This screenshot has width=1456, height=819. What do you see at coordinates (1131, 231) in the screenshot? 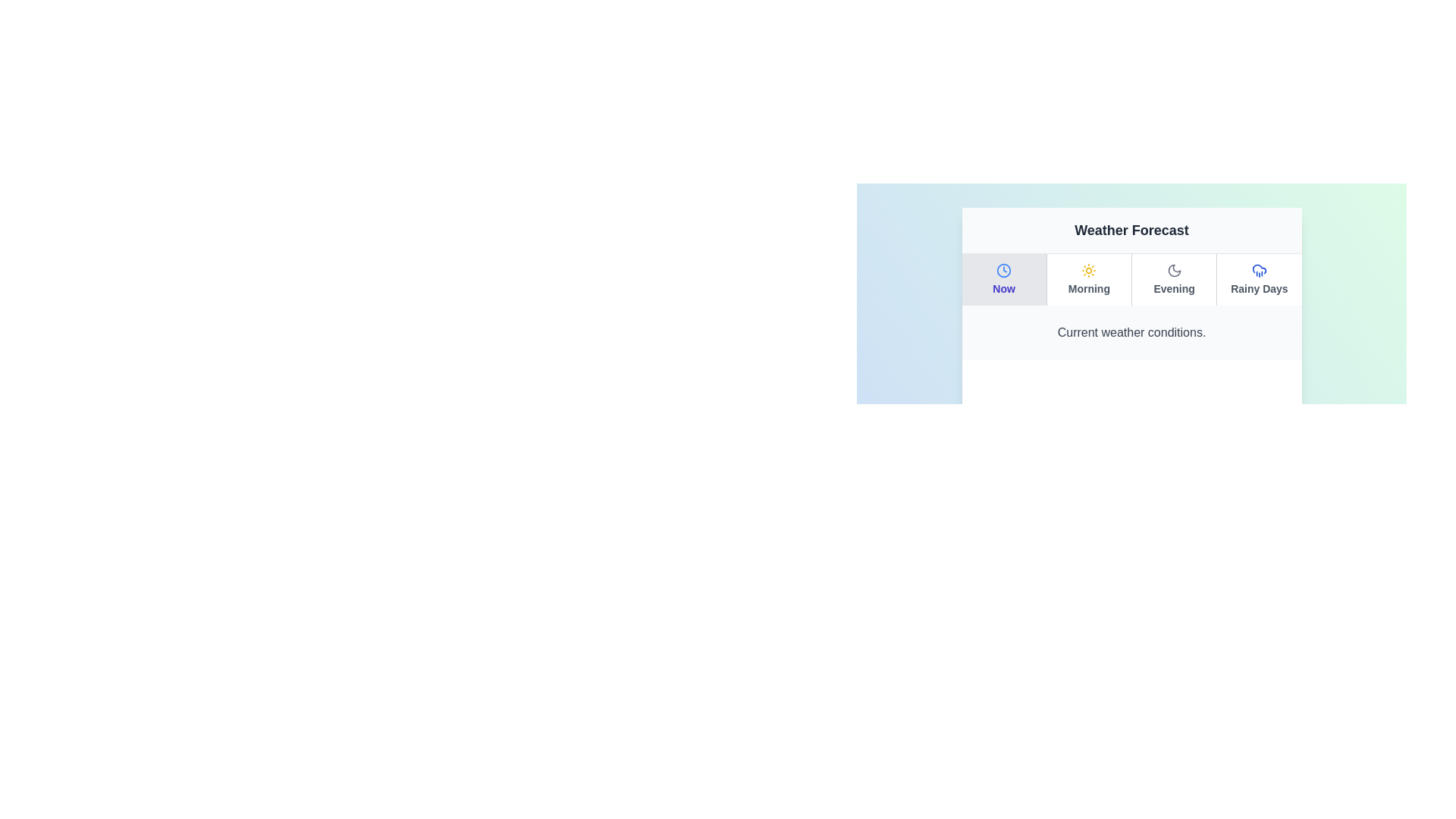
I see `the 'Weather Forecast' text label which is prominently displayed in bold, large-sized dark gray font at the top of the section, centered above the row of options` at bounding box center [1131, 231].